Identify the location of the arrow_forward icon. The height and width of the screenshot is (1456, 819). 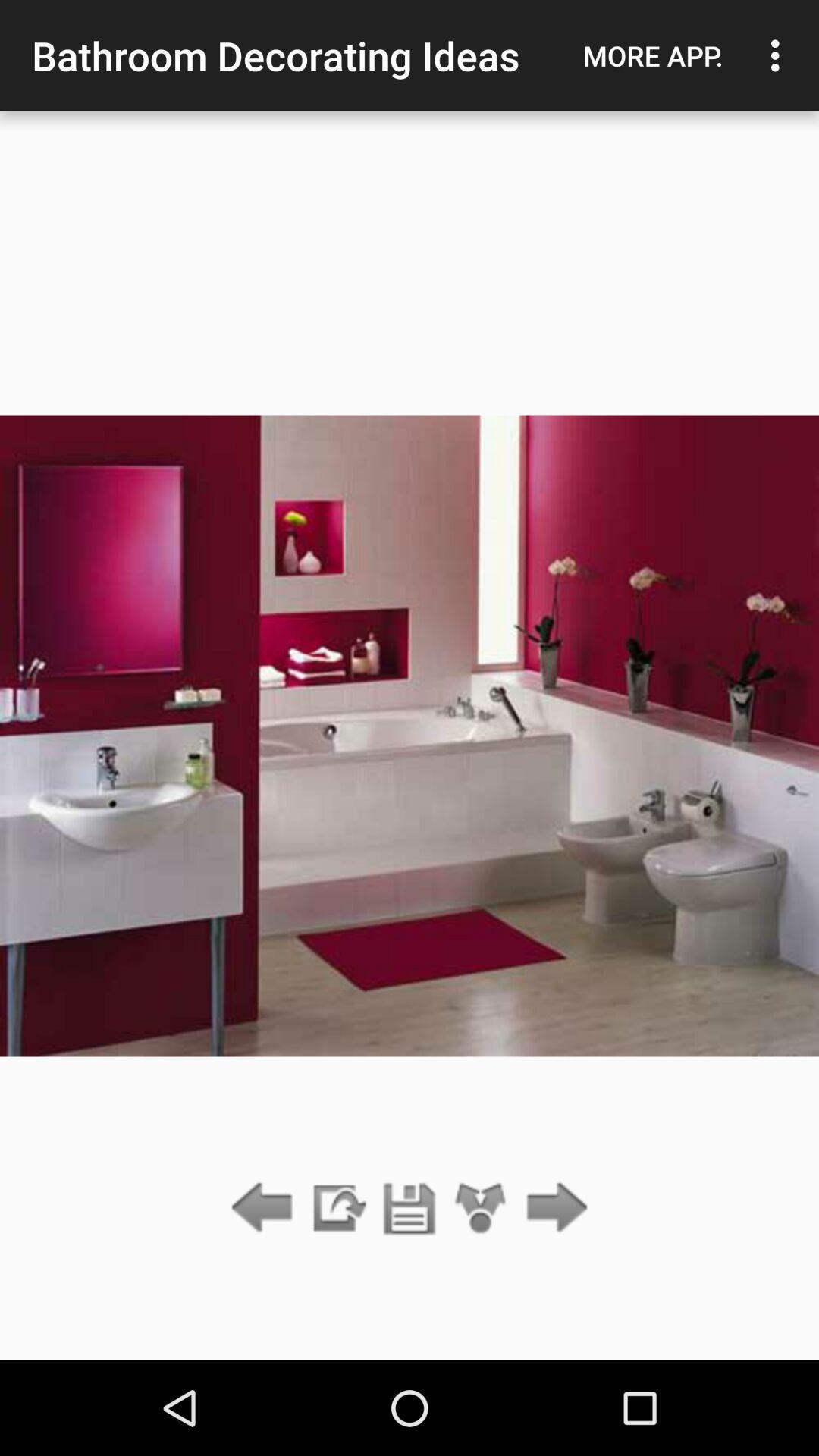
(553, 1208).